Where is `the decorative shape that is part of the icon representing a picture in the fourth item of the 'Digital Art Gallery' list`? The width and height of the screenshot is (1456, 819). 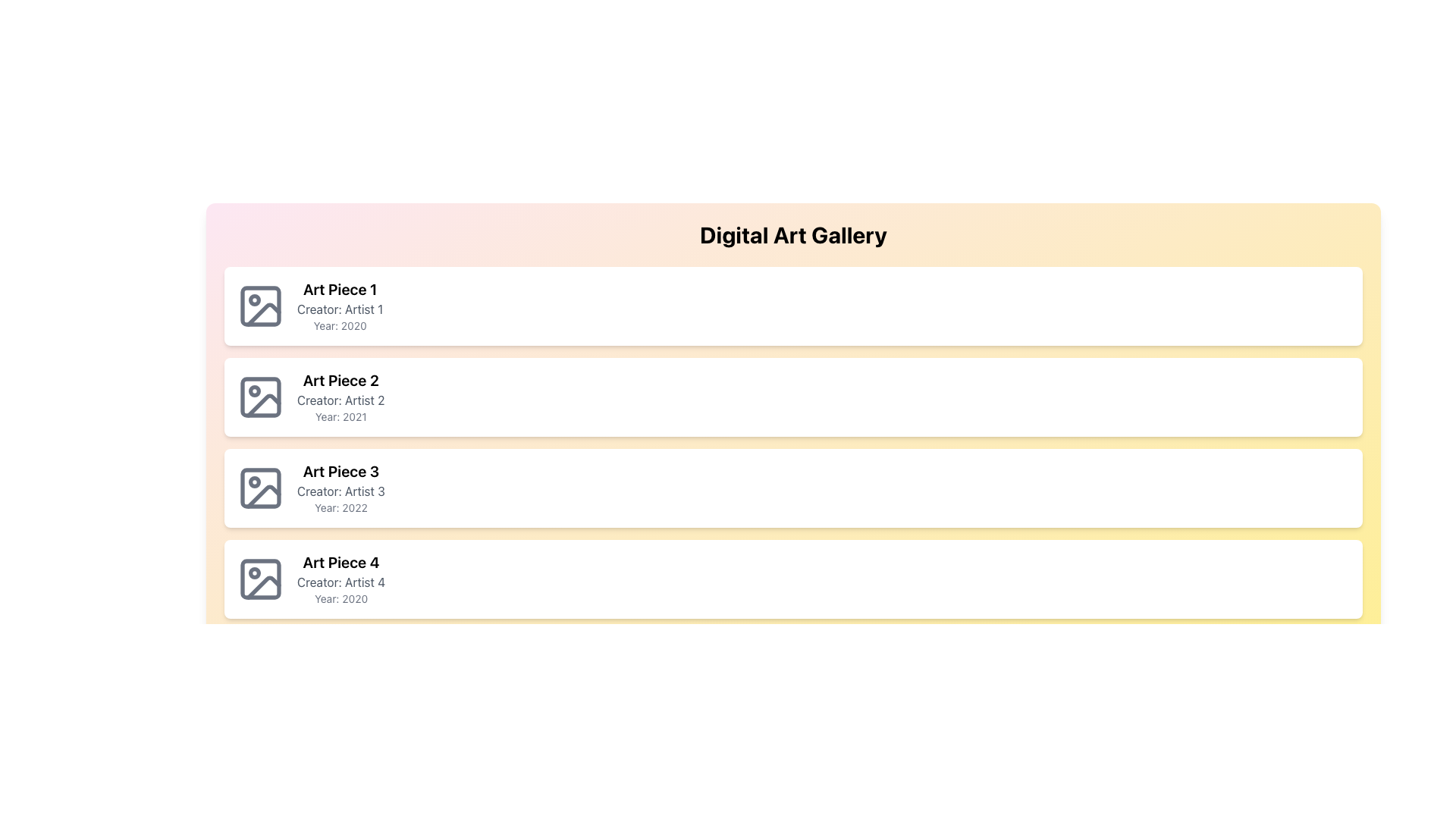 the decorative shape that is part of the icon representing a picture in the fourth item of the 'Digital Art Gallery' list is located at coordinates (261, 579).